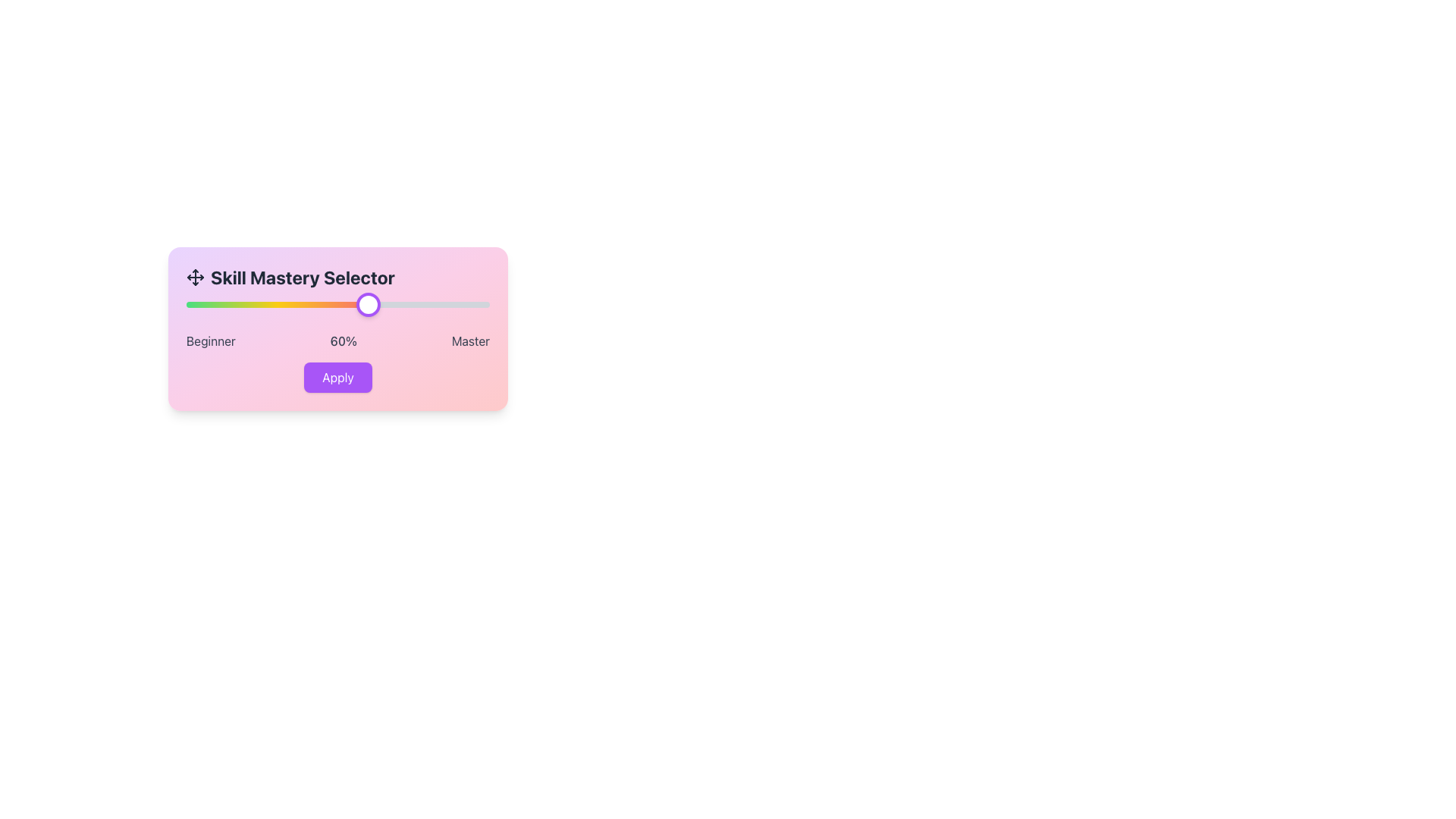 This screenshot has width=1456, height=819. I want to click on the slider position, so click(387, 304).